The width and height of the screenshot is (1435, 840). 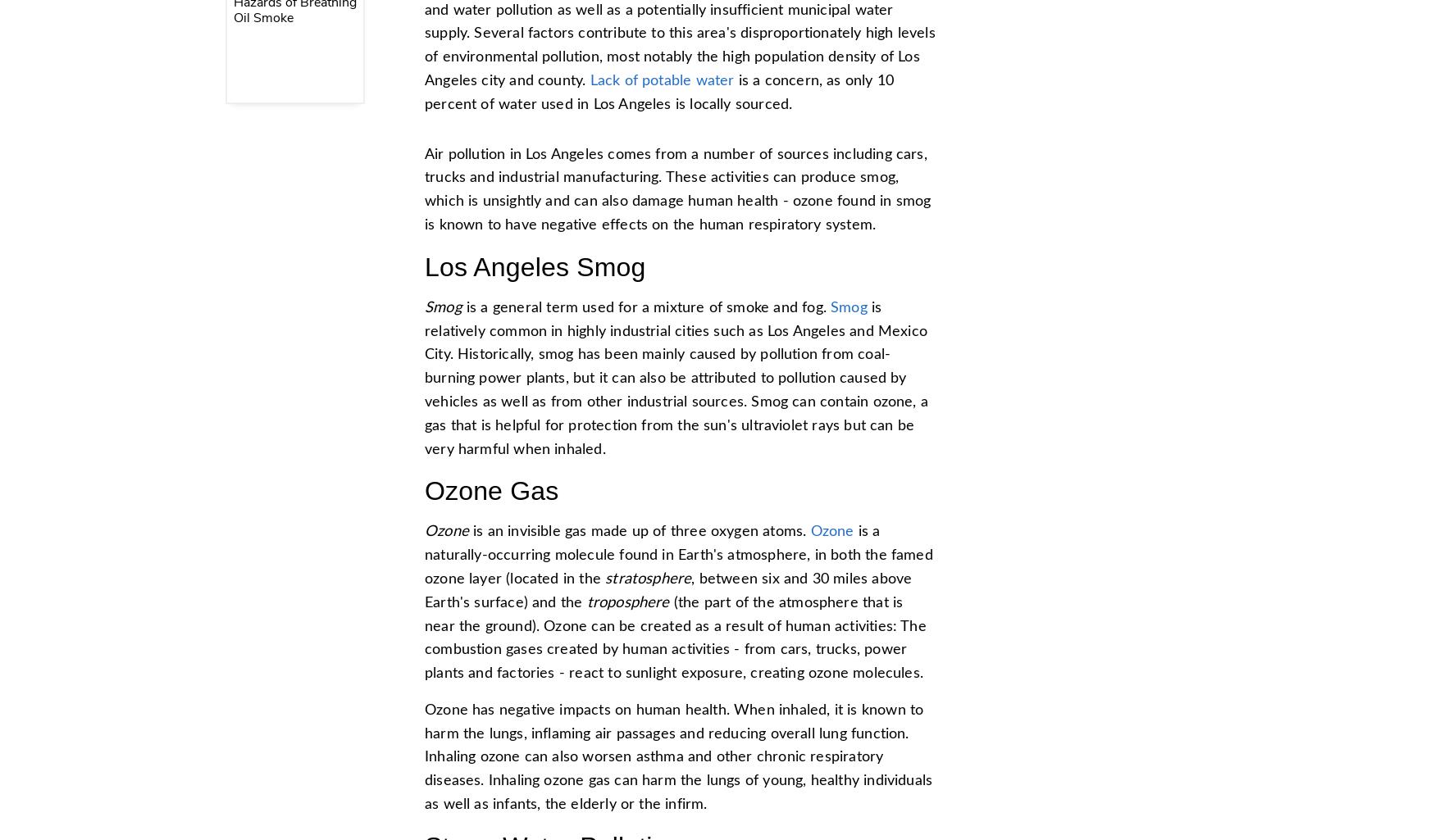 What do you see at coordinates (534, 266) in the screenshot?
I see `'Los Angeles Smog'` at bounding box center [534, 266].